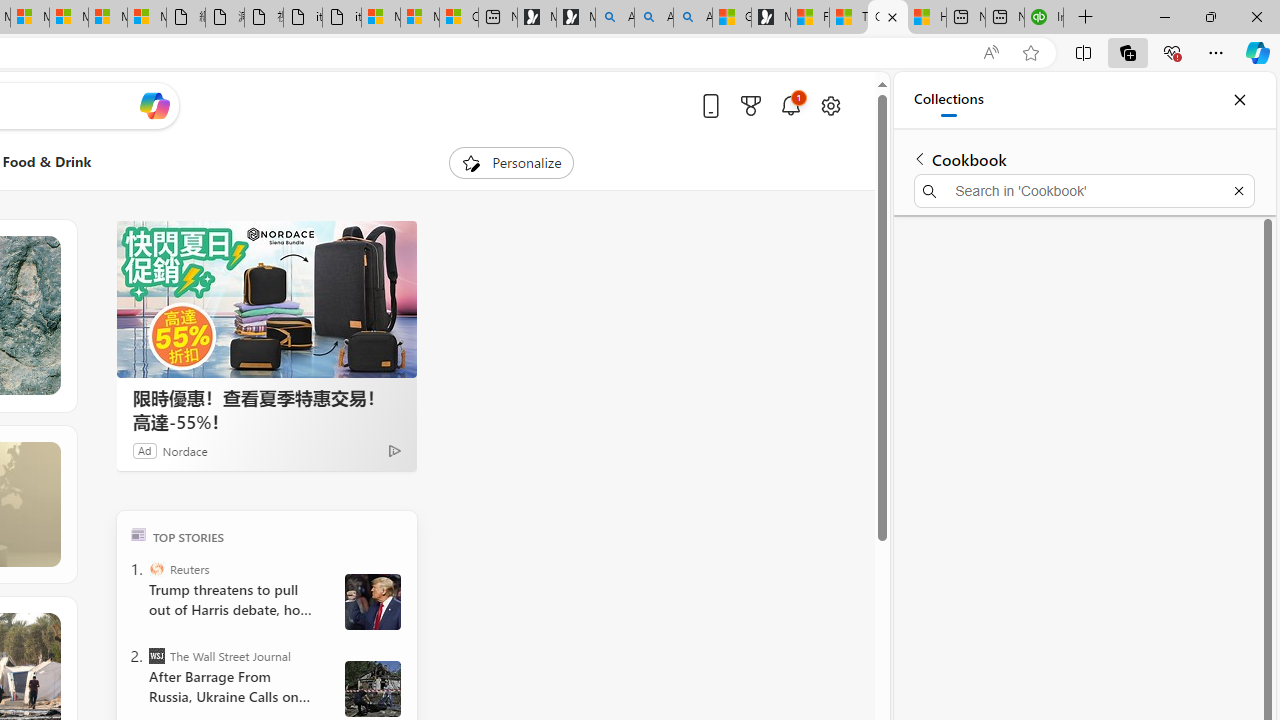  I want to click on 'Food & Drink', so click(47, 162).